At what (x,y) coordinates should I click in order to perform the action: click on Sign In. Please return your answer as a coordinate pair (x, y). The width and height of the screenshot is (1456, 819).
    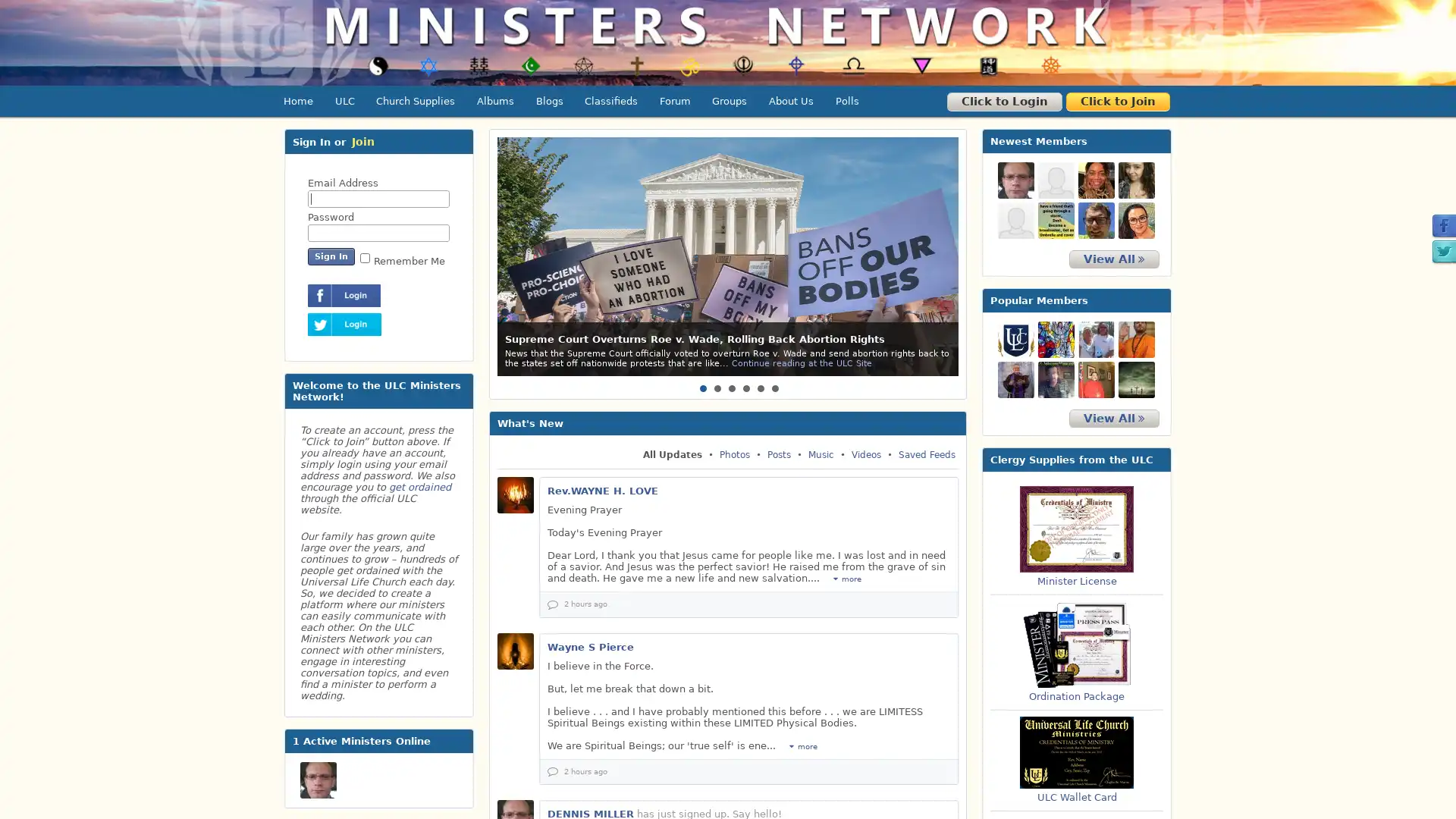
    Looking at the image, I should click on (330, 256).